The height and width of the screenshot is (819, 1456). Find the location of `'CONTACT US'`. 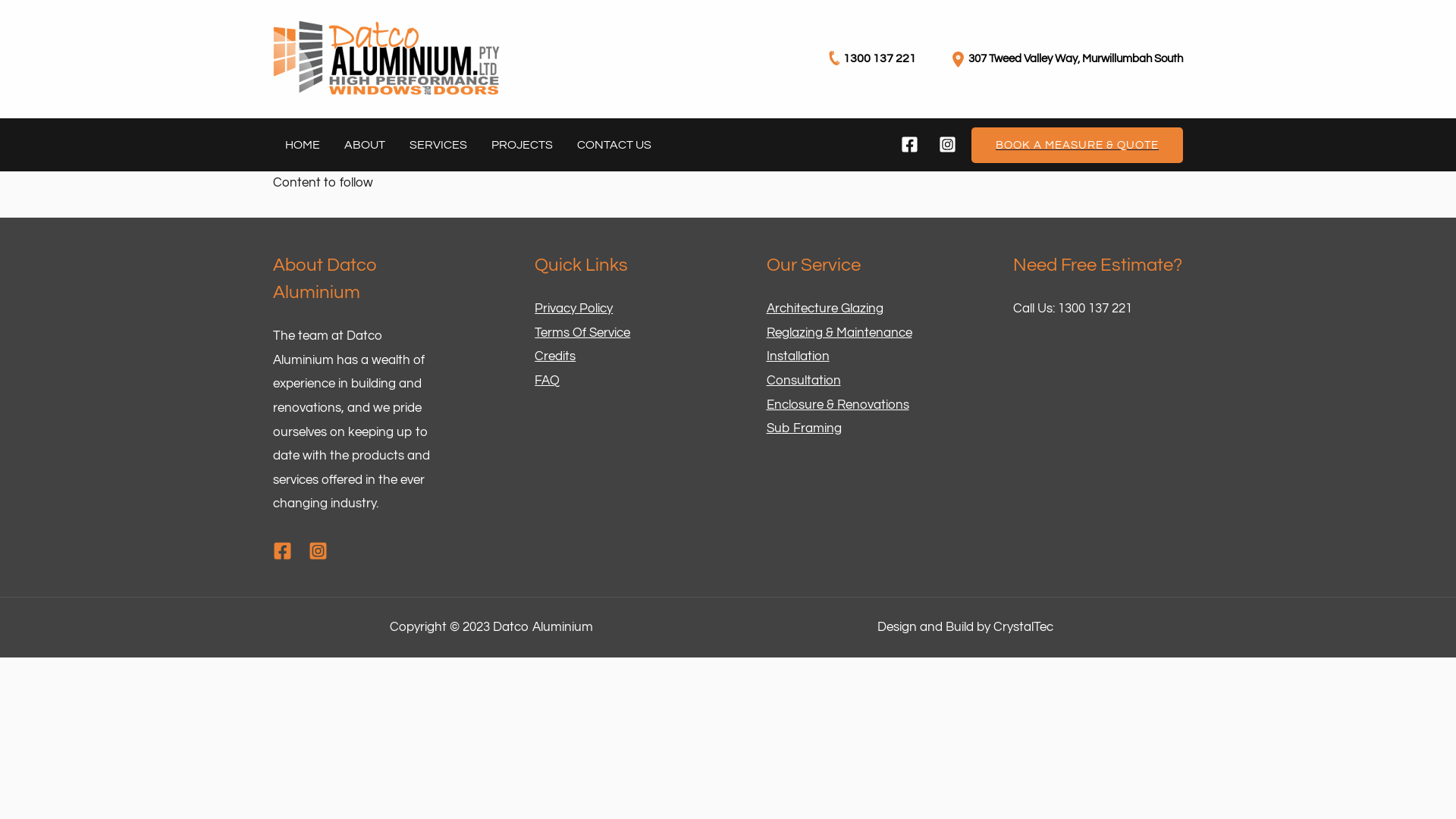

'CONTACT US' is located at coordinates (614, 145).